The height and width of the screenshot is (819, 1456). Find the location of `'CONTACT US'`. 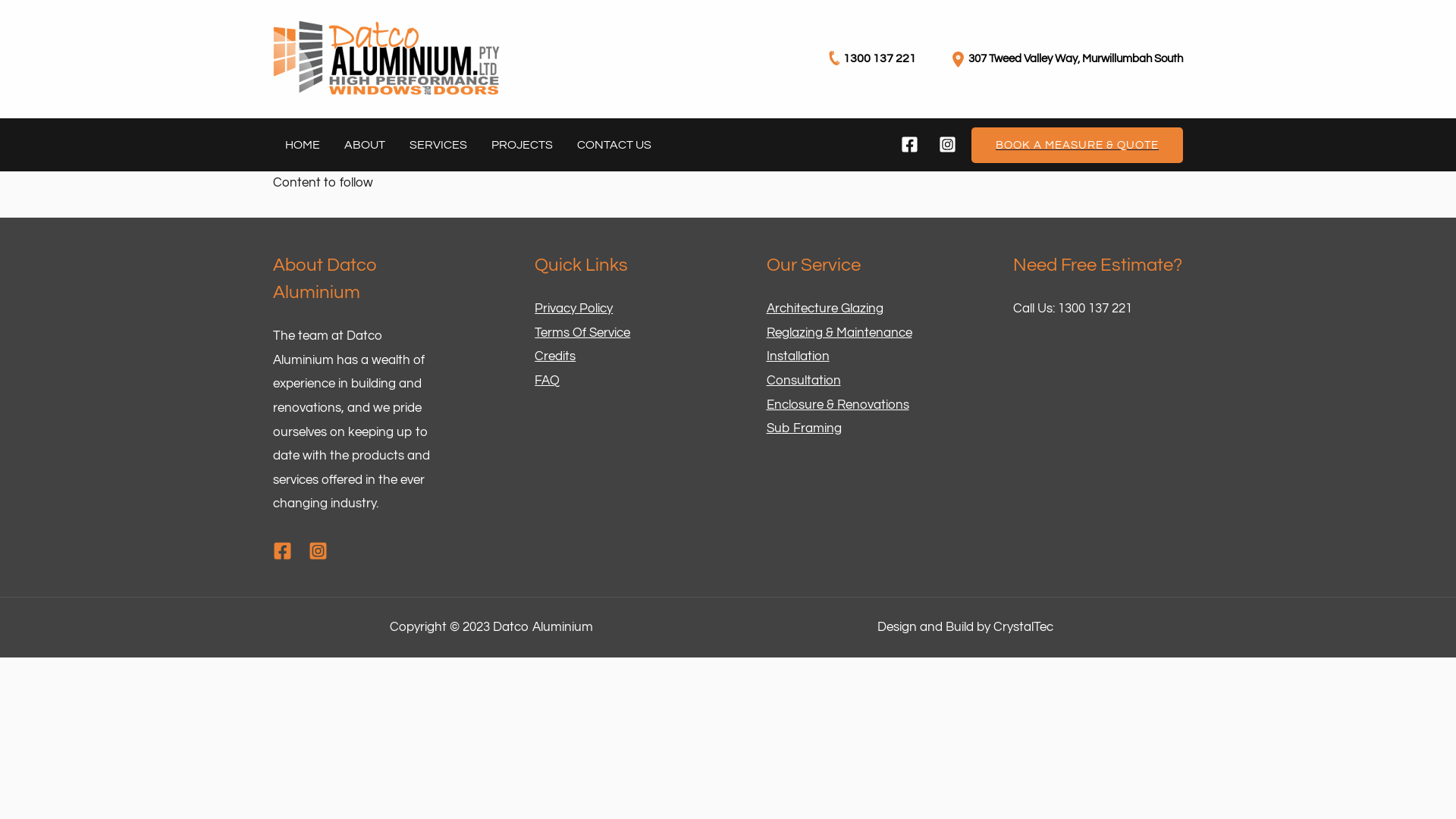

'CONTACT US' is located at coordinates (614, 145).